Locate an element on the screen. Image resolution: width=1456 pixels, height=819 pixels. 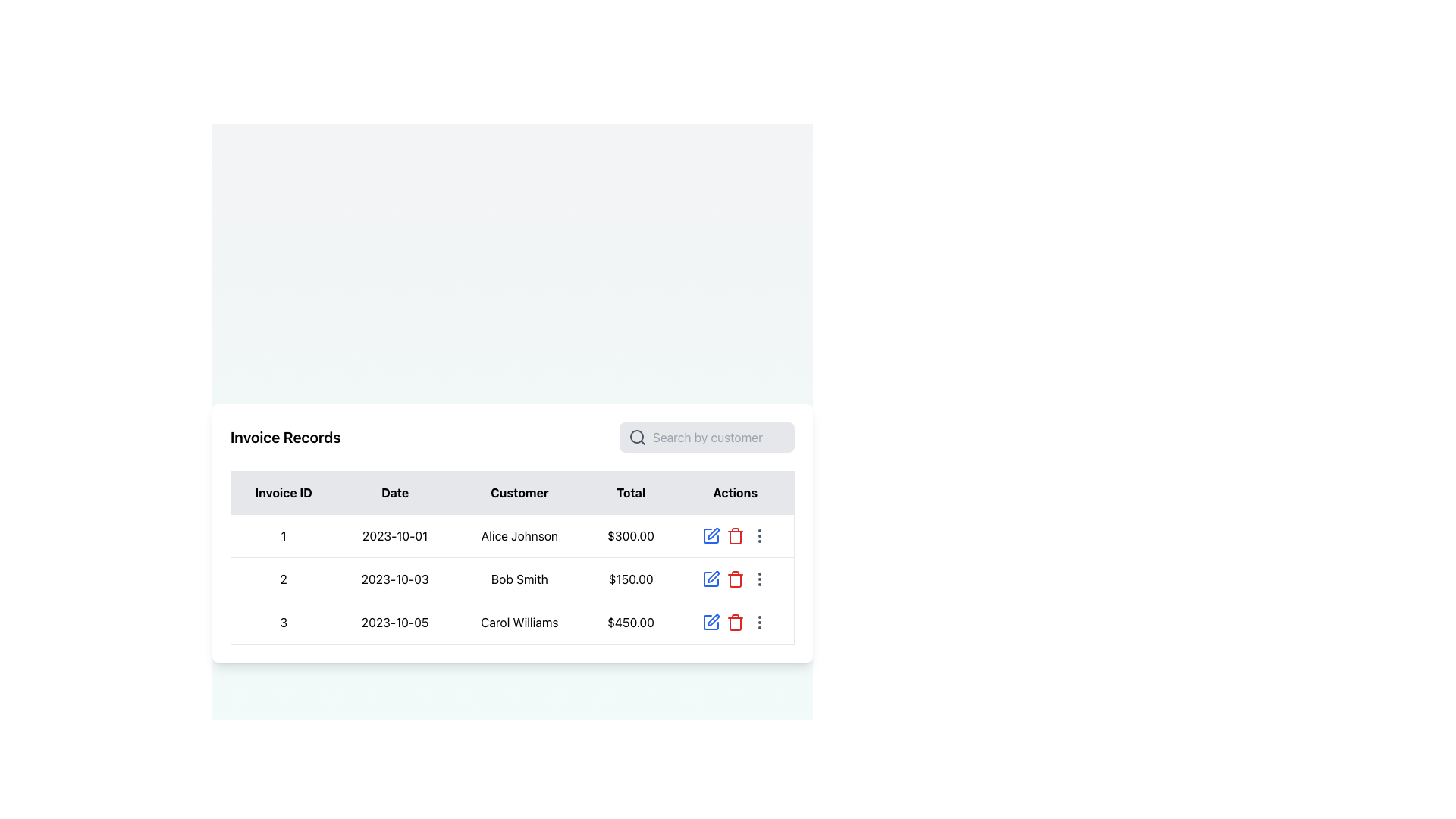
information contained in the third row of the 'Invoice Records' table, which includes the values '3', '2023-10-05', 'Carol Williams', and '$450.00' is located at coordinates (513, 622).